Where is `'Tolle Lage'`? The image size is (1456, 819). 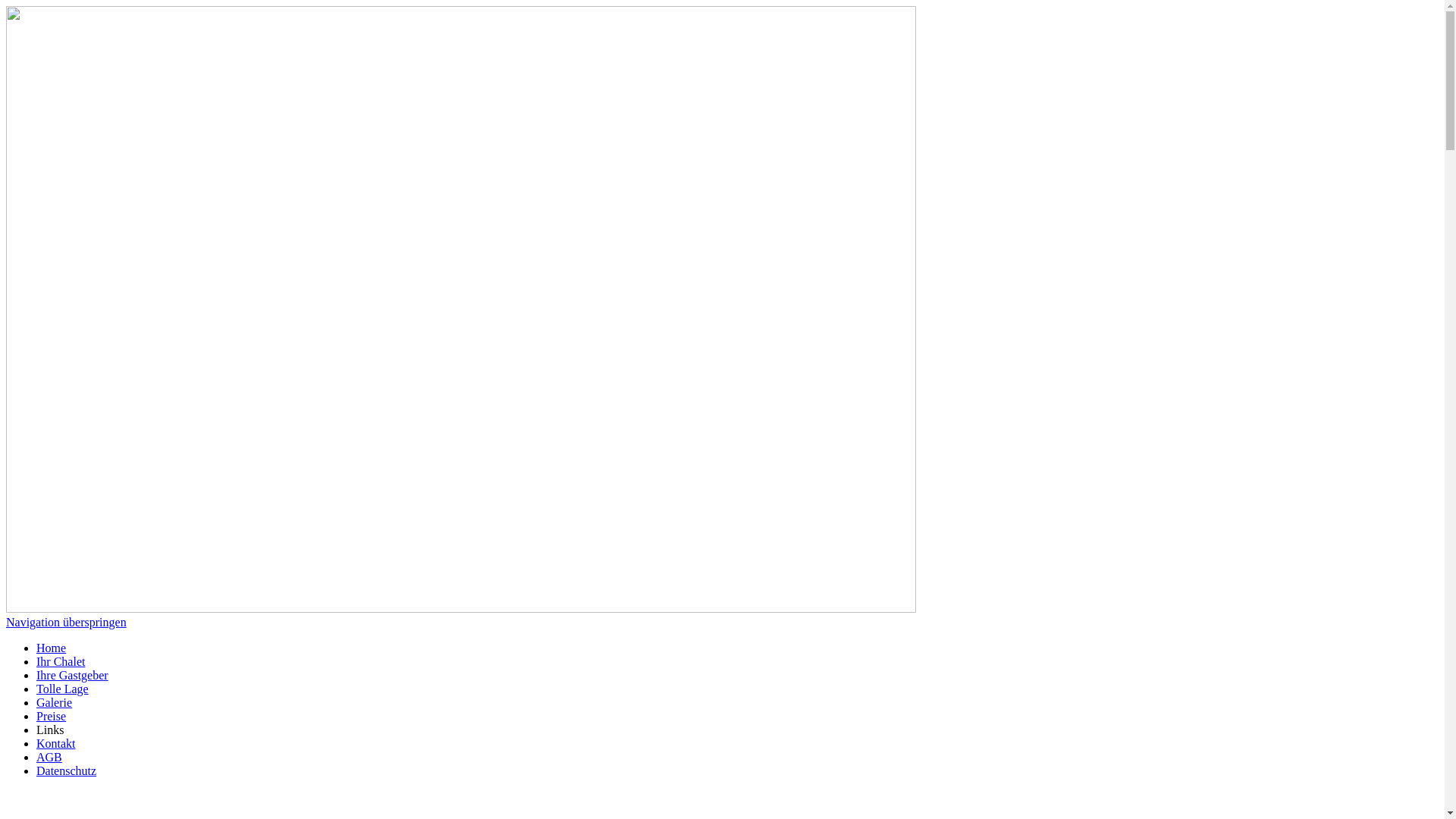
'Tolle Lage' is located at coordinates (36, 689).